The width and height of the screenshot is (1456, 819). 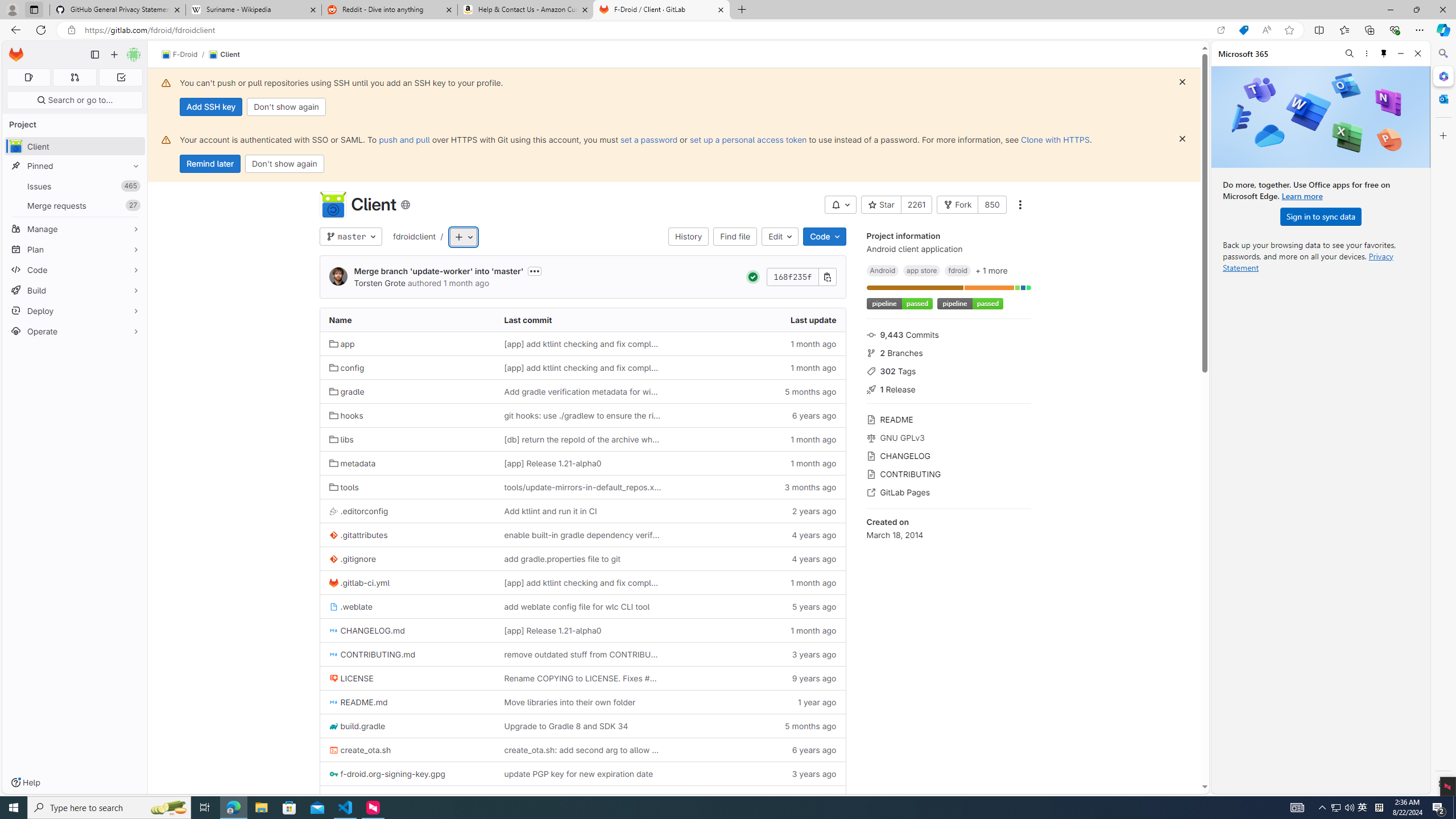 What do you see at coordinates (74, 331) in the screenshot?
I see `'Operate'` at bounding box center [74, 331].